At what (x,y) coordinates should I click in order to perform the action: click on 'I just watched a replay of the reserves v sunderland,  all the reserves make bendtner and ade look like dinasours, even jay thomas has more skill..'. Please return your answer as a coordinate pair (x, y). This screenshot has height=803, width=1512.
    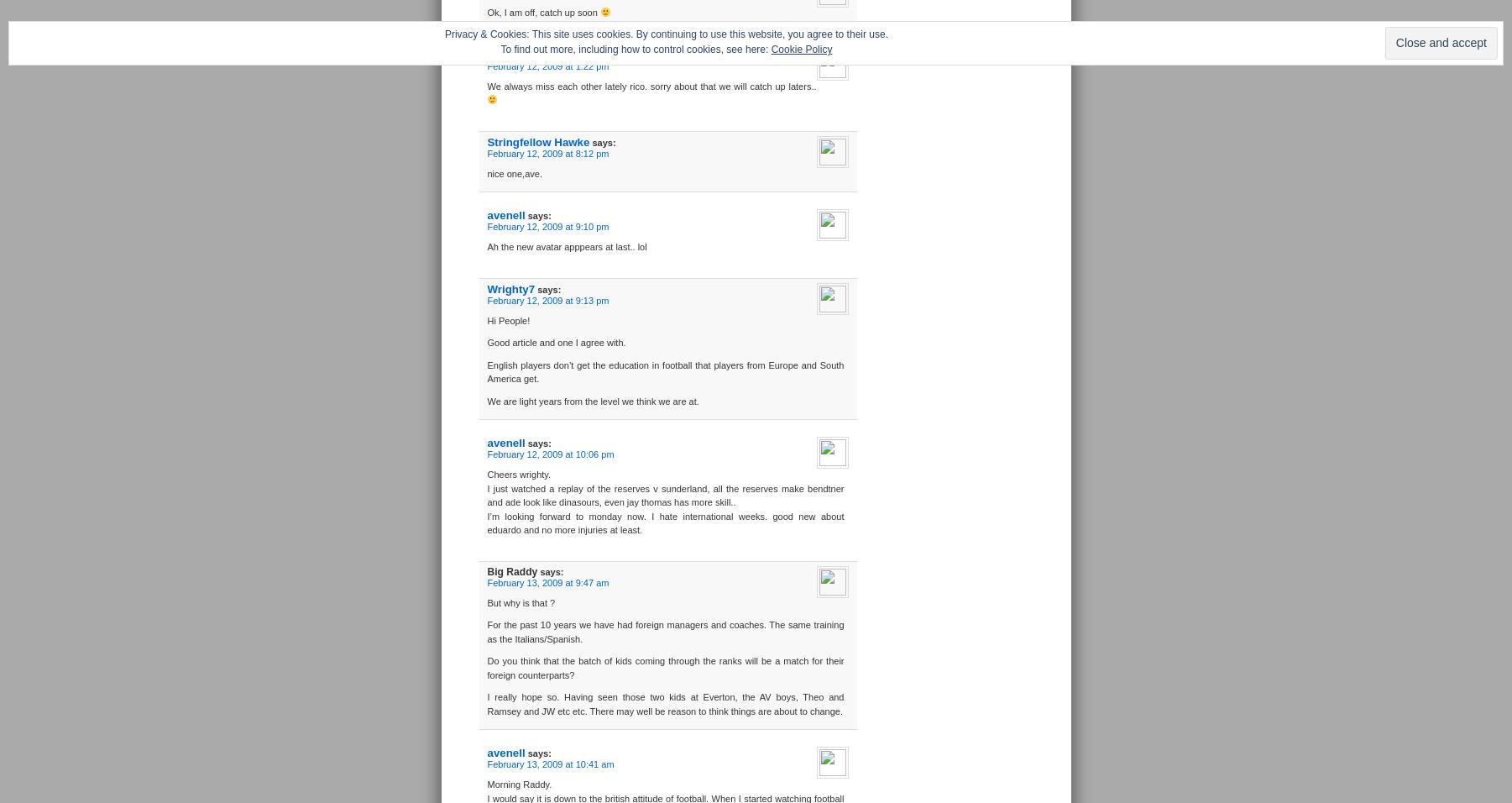
    Looking at the image, I should click on (665, 494).